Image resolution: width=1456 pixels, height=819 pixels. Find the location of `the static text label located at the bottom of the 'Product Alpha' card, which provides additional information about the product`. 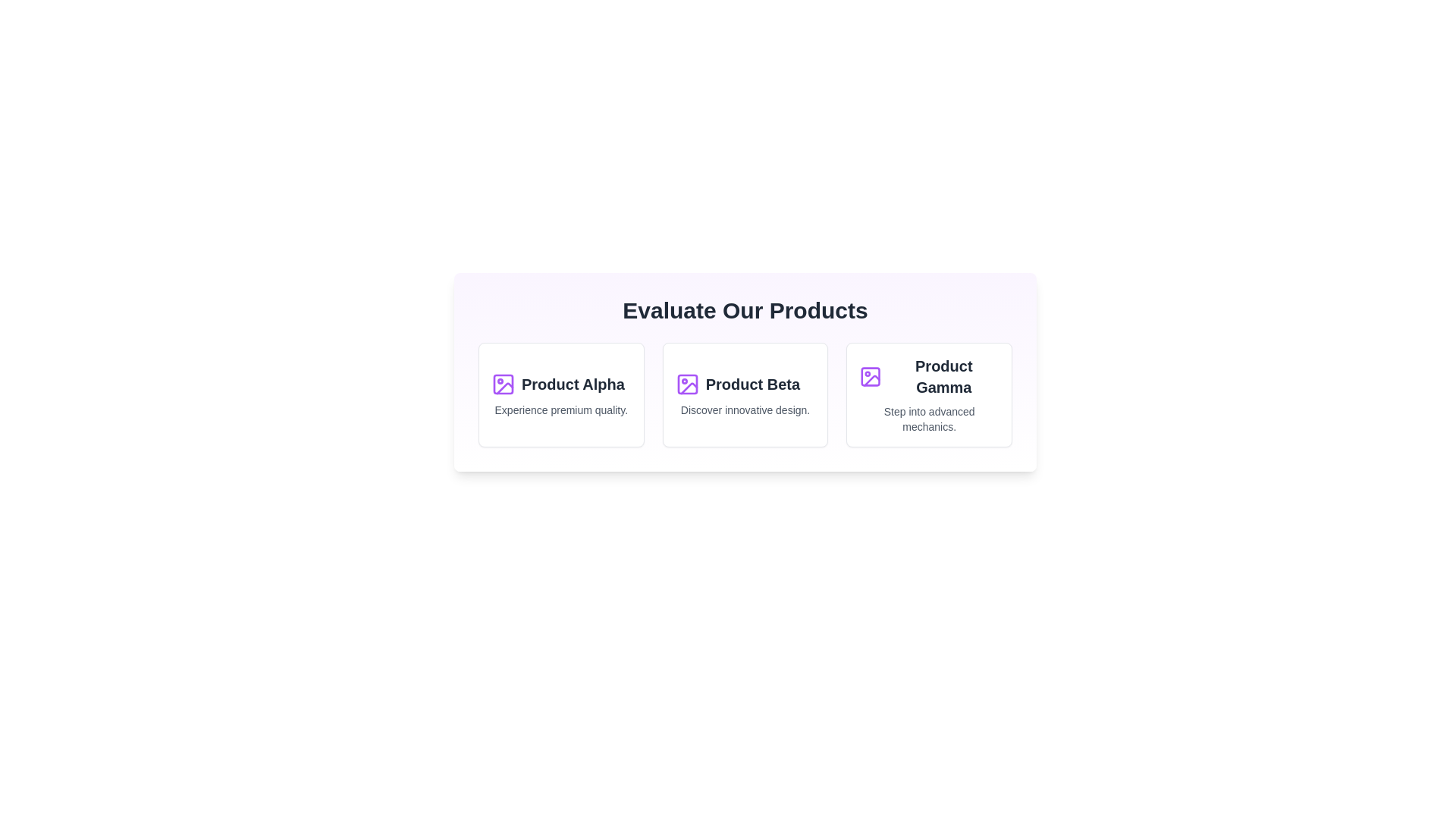

the static text label located at the bottom of the 'Product Alpha' card, which provides additional information about the product is located at coordinates (560, 409).